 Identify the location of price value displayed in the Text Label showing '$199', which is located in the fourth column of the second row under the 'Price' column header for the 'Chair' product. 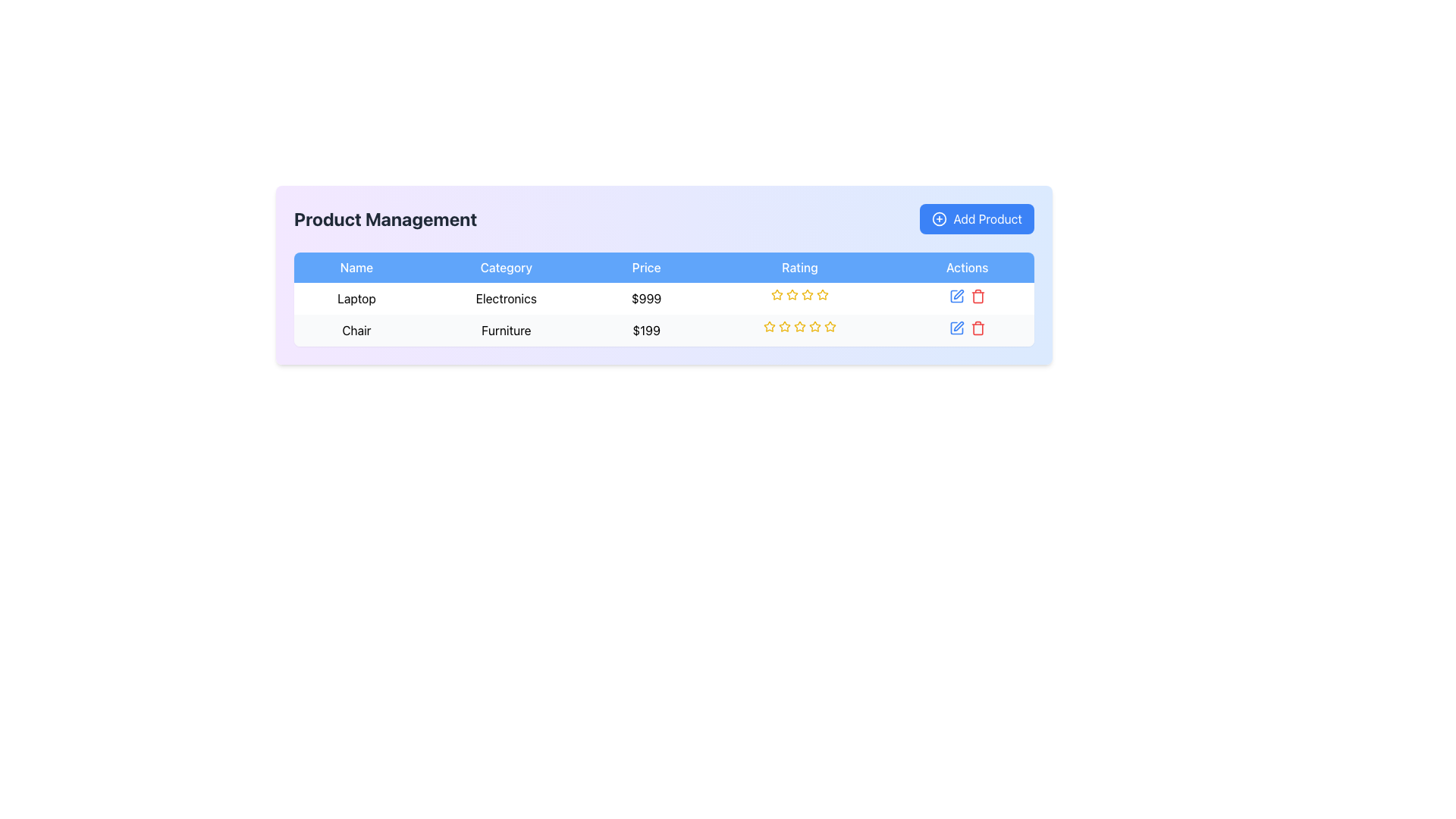
(646, 329).